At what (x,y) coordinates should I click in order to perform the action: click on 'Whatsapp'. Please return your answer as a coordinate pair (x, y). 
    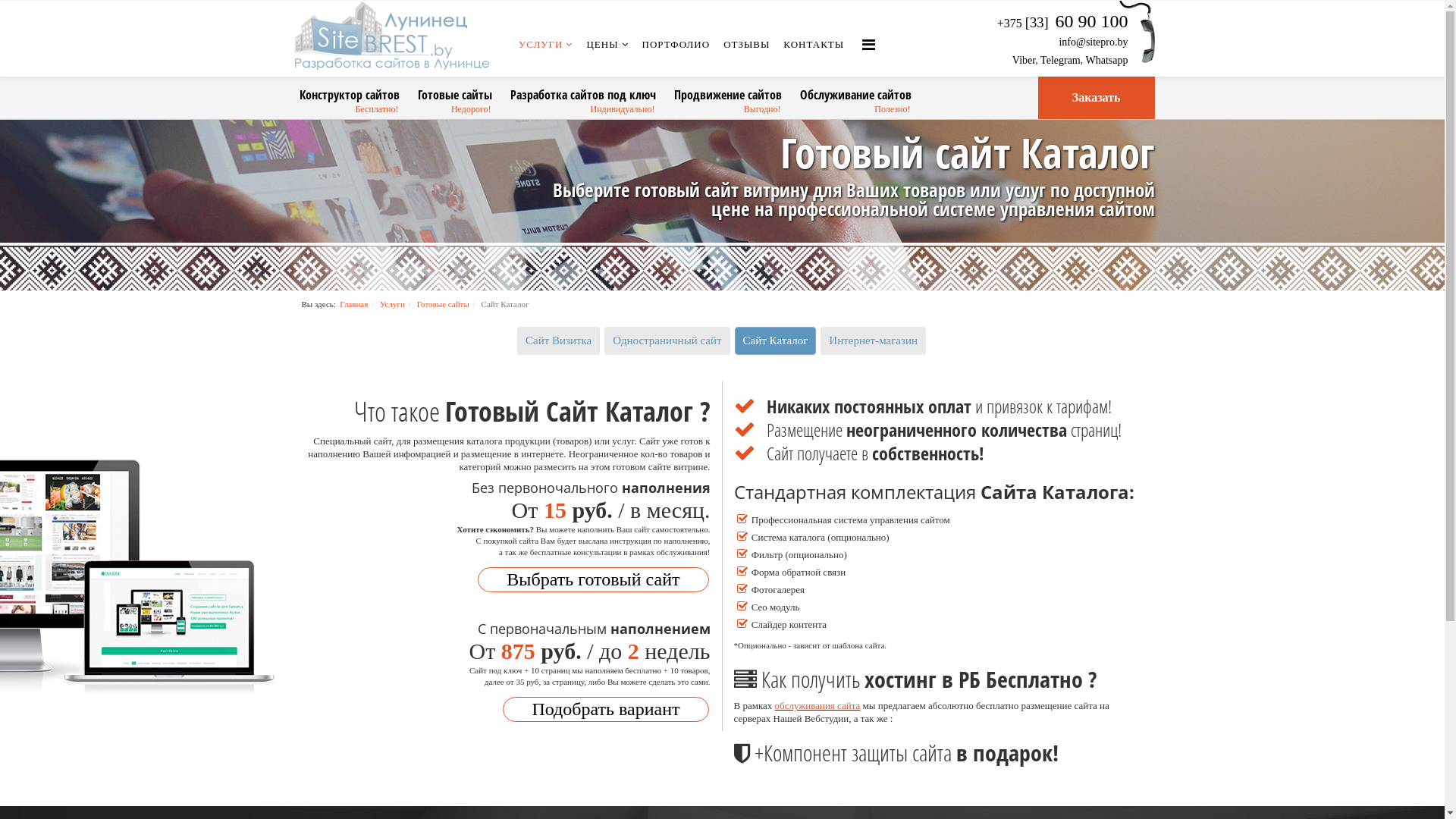
    Looking at the image, I should click on (1106, 59).